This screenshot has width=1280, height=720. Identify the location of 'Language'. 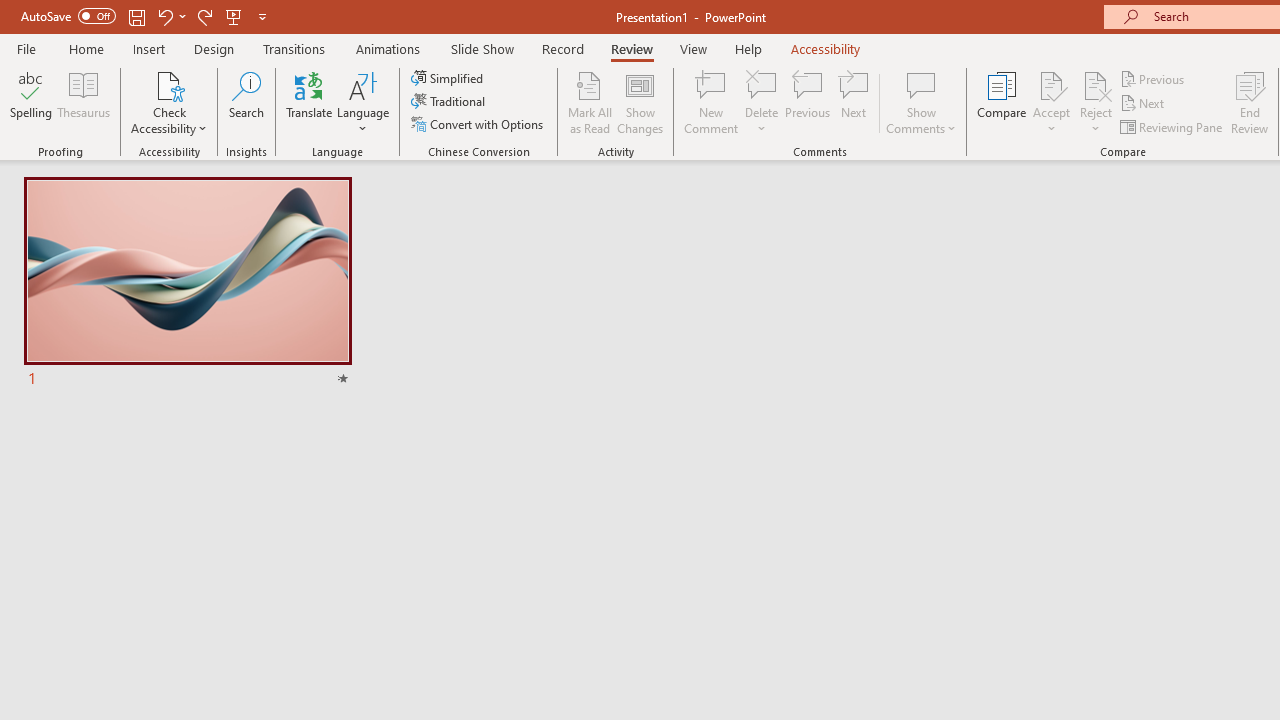
(363, 103).